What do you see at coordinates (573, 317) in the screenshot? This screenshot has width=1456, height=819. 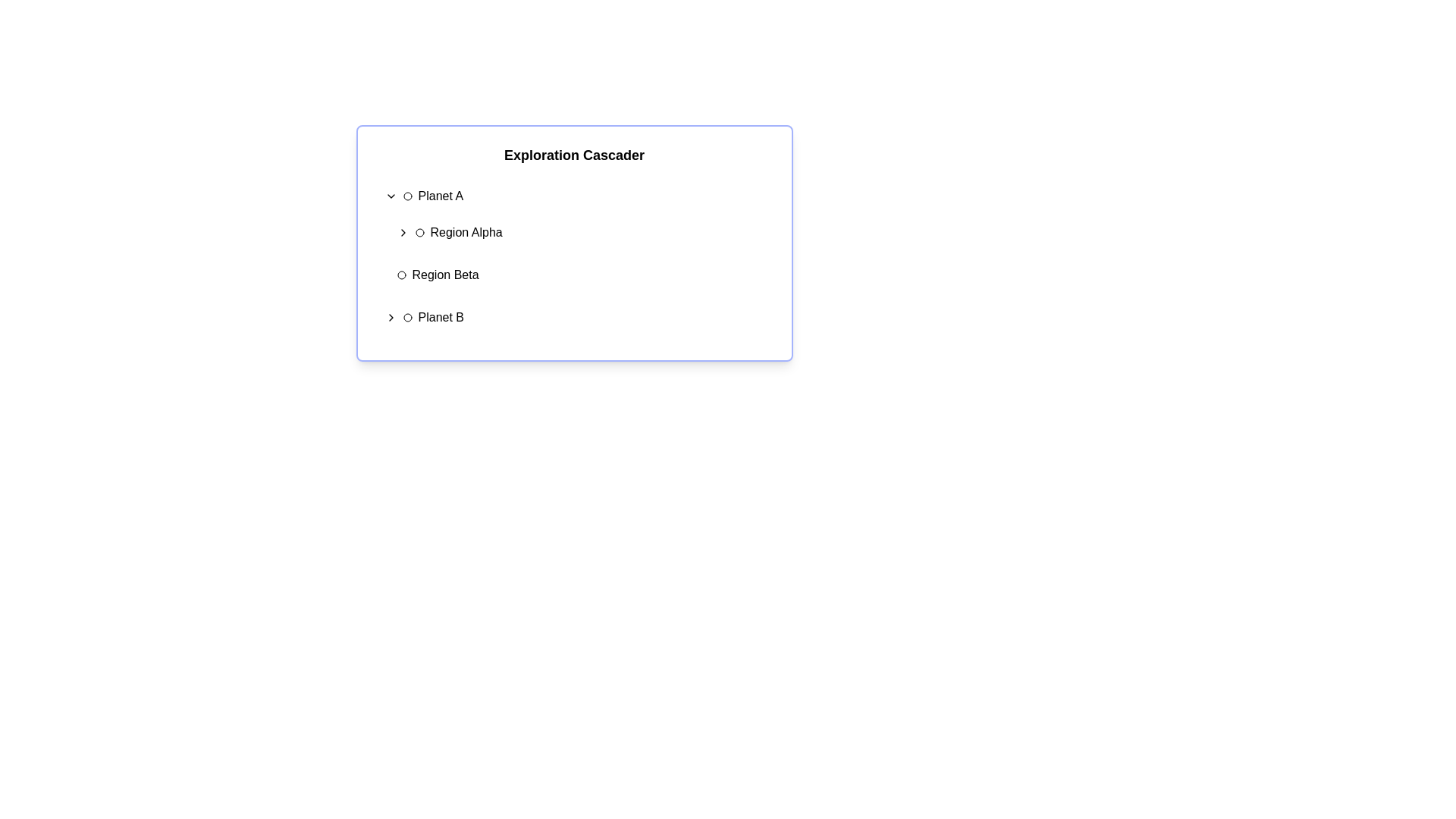 I see `the selectable option item representing 'Planet B' in the 'Exploration Cascader'` at bounding box center [573, 317].